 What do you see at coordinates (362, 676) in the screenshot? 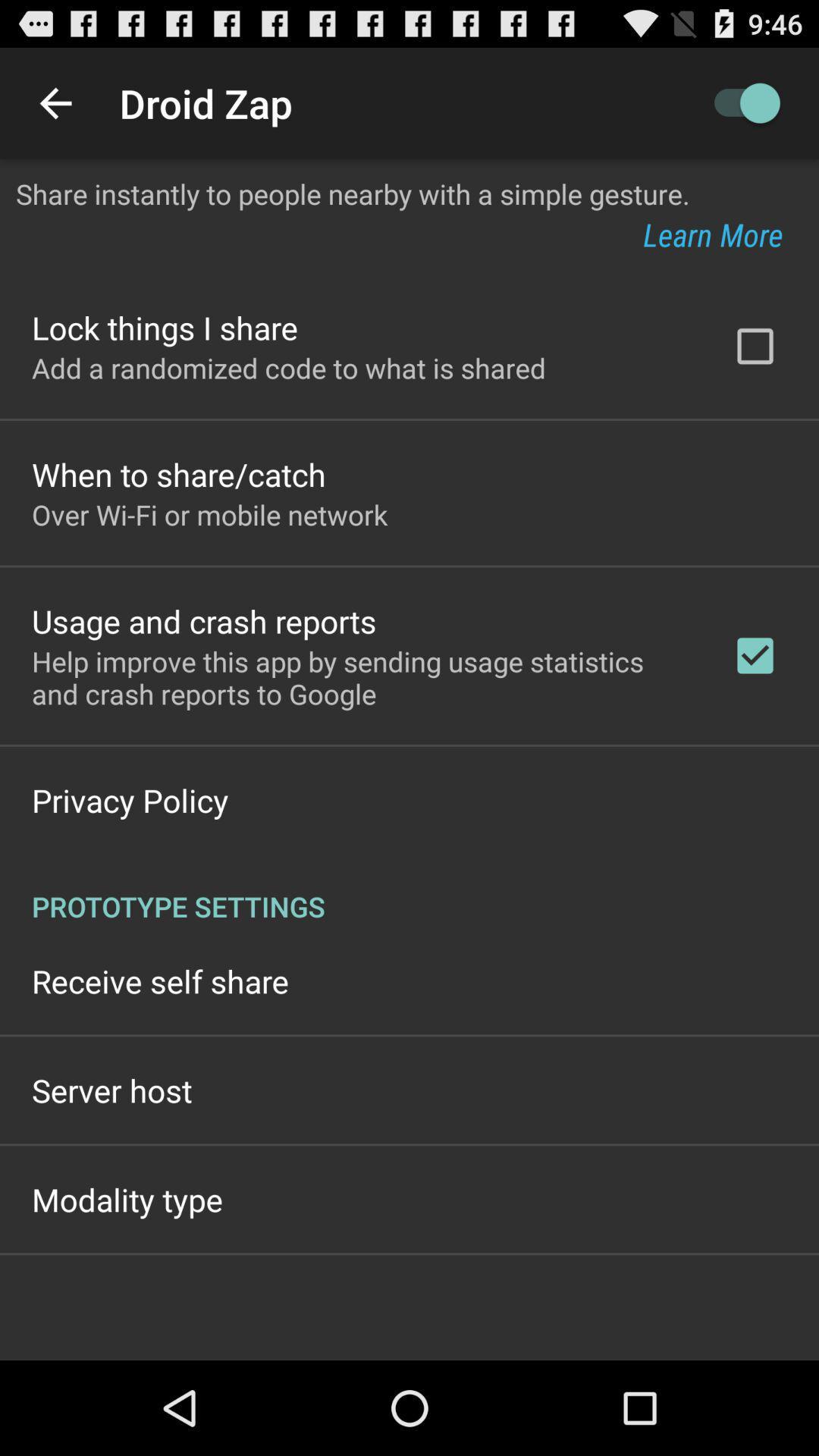
I see `the item above privacy policy icon` at bounding box center [362, 676].